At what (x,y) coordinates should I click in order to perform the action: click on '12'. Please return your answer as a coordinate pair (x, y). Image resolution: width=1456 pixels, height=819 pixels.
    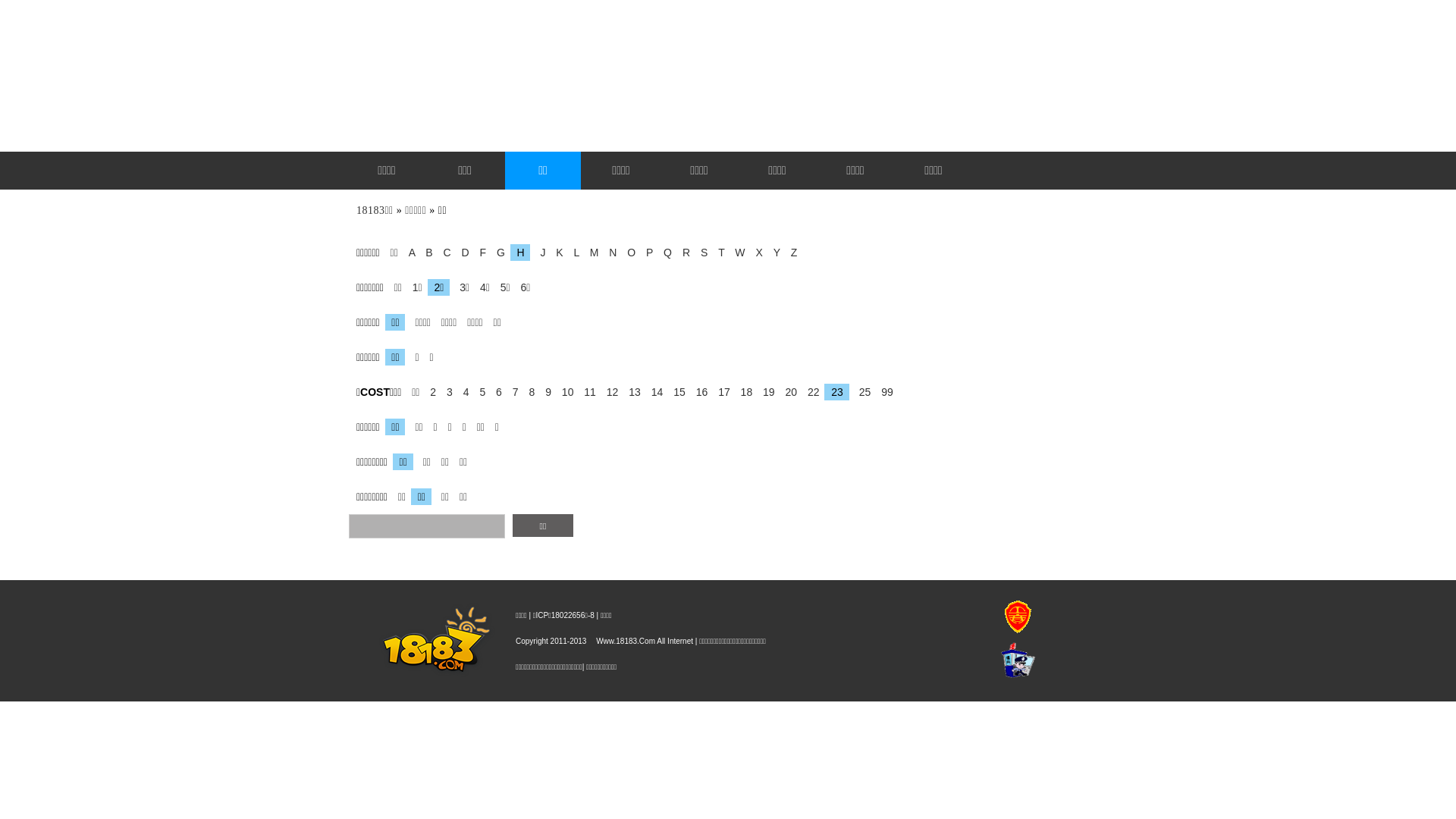
    Looking at the image, I should click on (608, 391).